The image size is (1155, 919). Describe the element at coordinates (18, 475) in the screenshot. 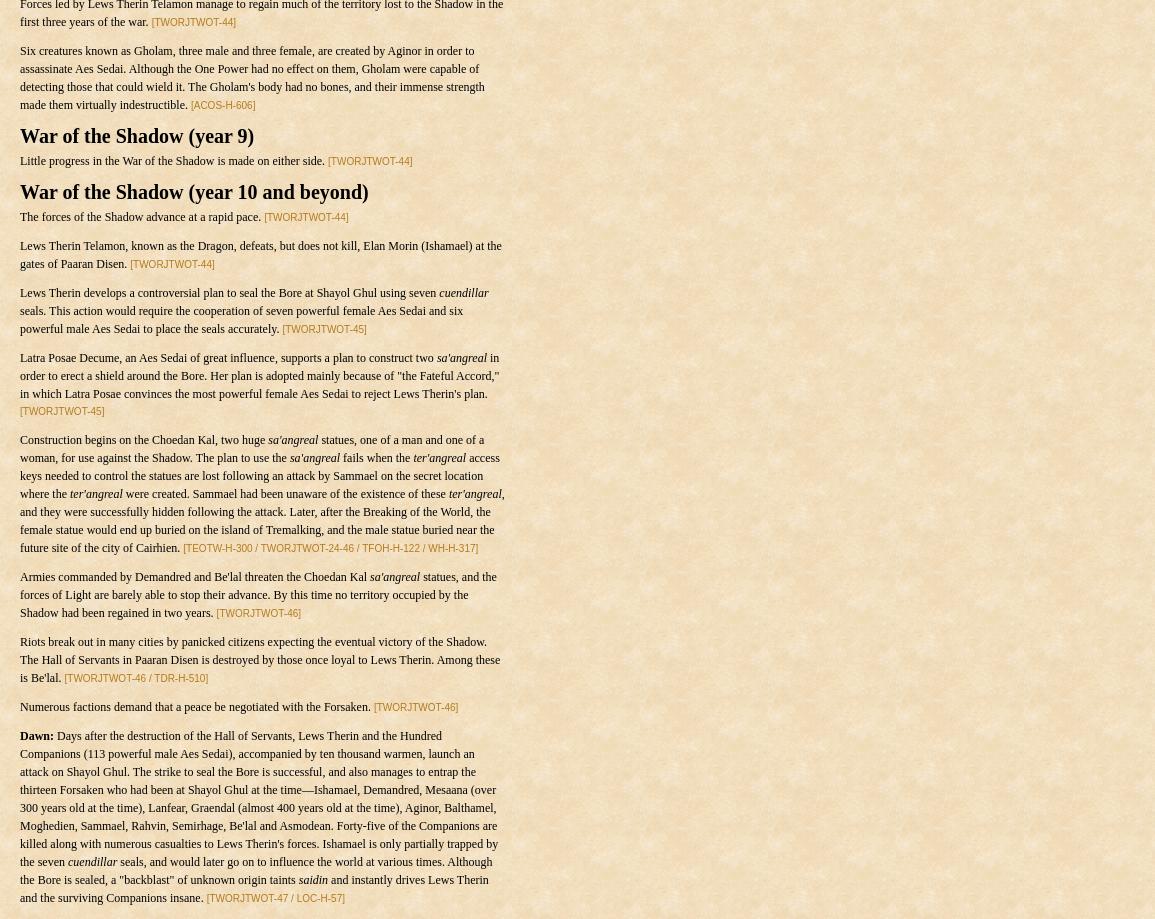

I see `'access keys needed to control the statues are lost following an attack by Sammael on the secret location where the'` at that location.